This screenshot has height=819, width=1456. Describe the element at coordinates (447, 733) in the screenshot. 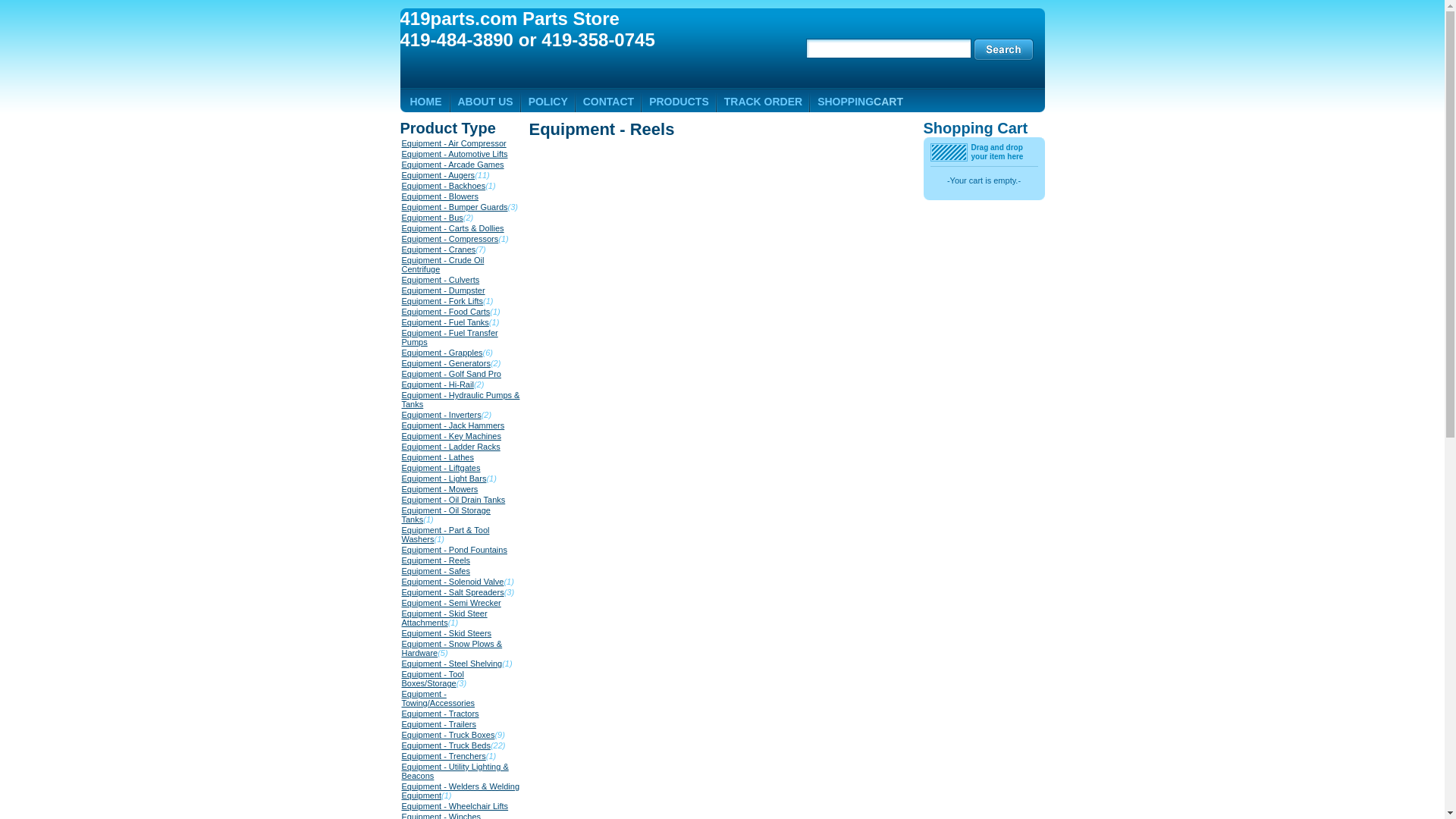

I see `'Equipment - Truck Boxes'` at that location.